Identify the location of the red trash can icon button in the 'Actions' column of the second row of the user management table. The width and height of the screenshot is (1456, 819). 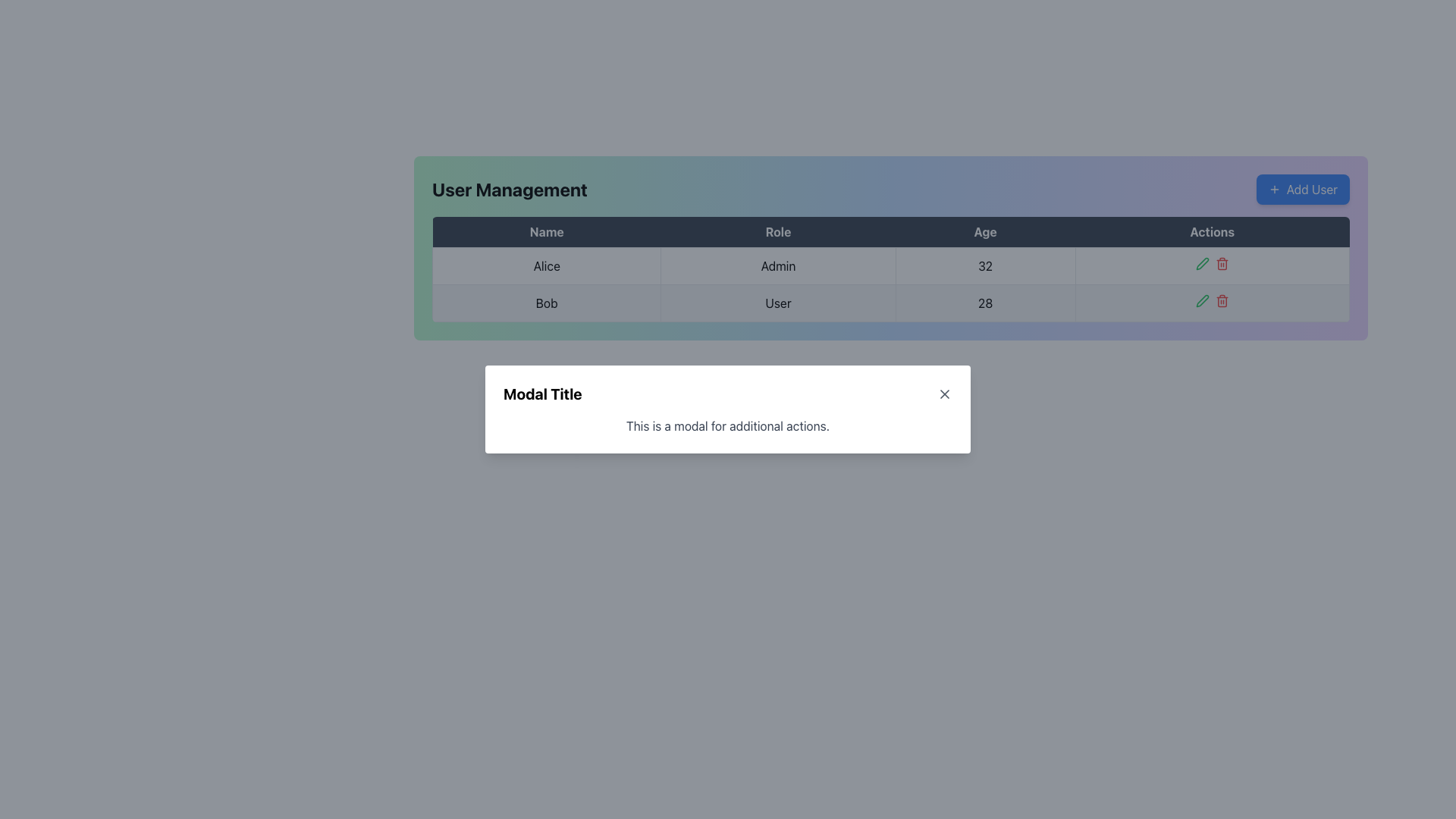
(1222, 301).